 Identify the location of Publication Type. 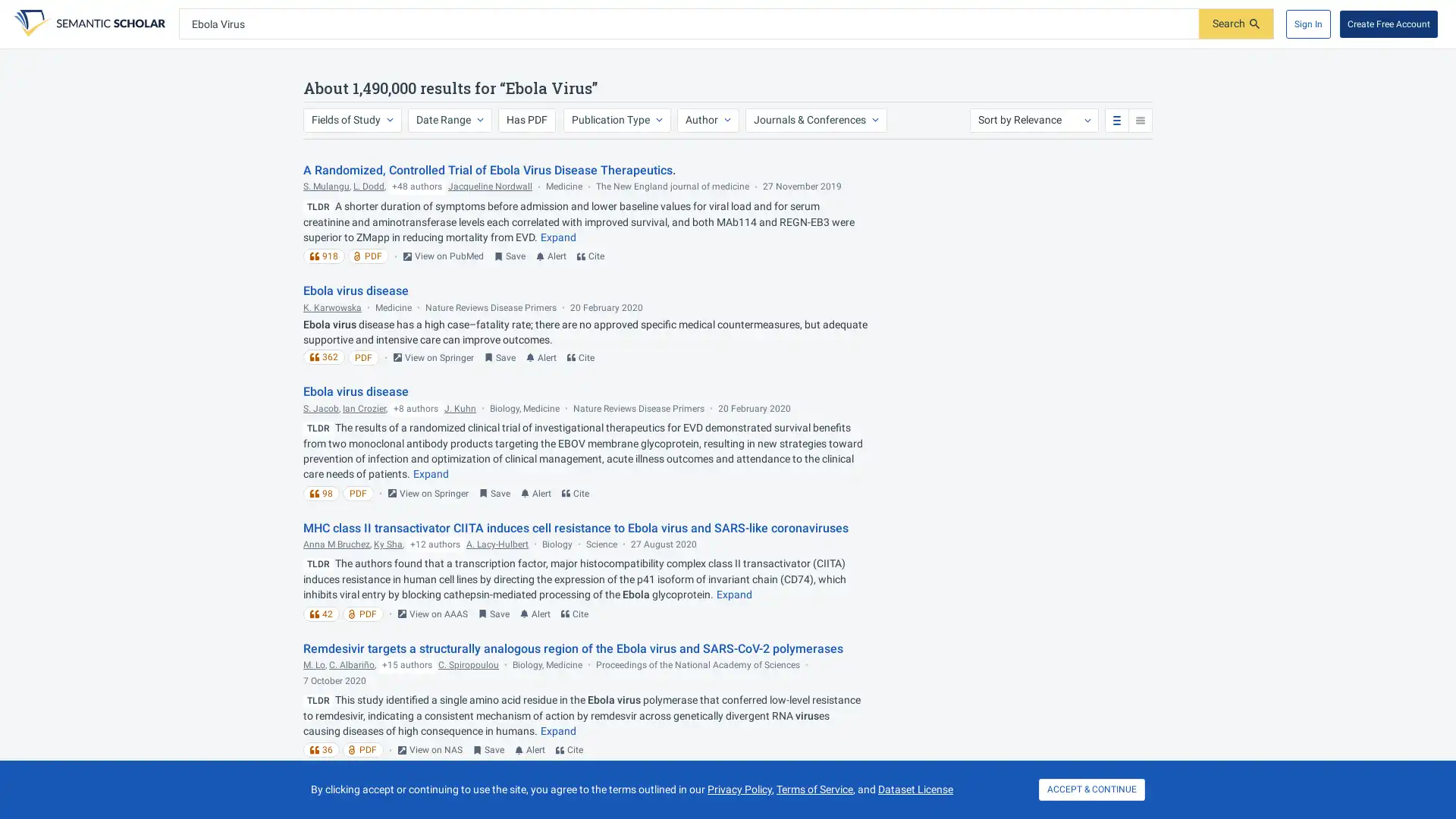
(616, 119).